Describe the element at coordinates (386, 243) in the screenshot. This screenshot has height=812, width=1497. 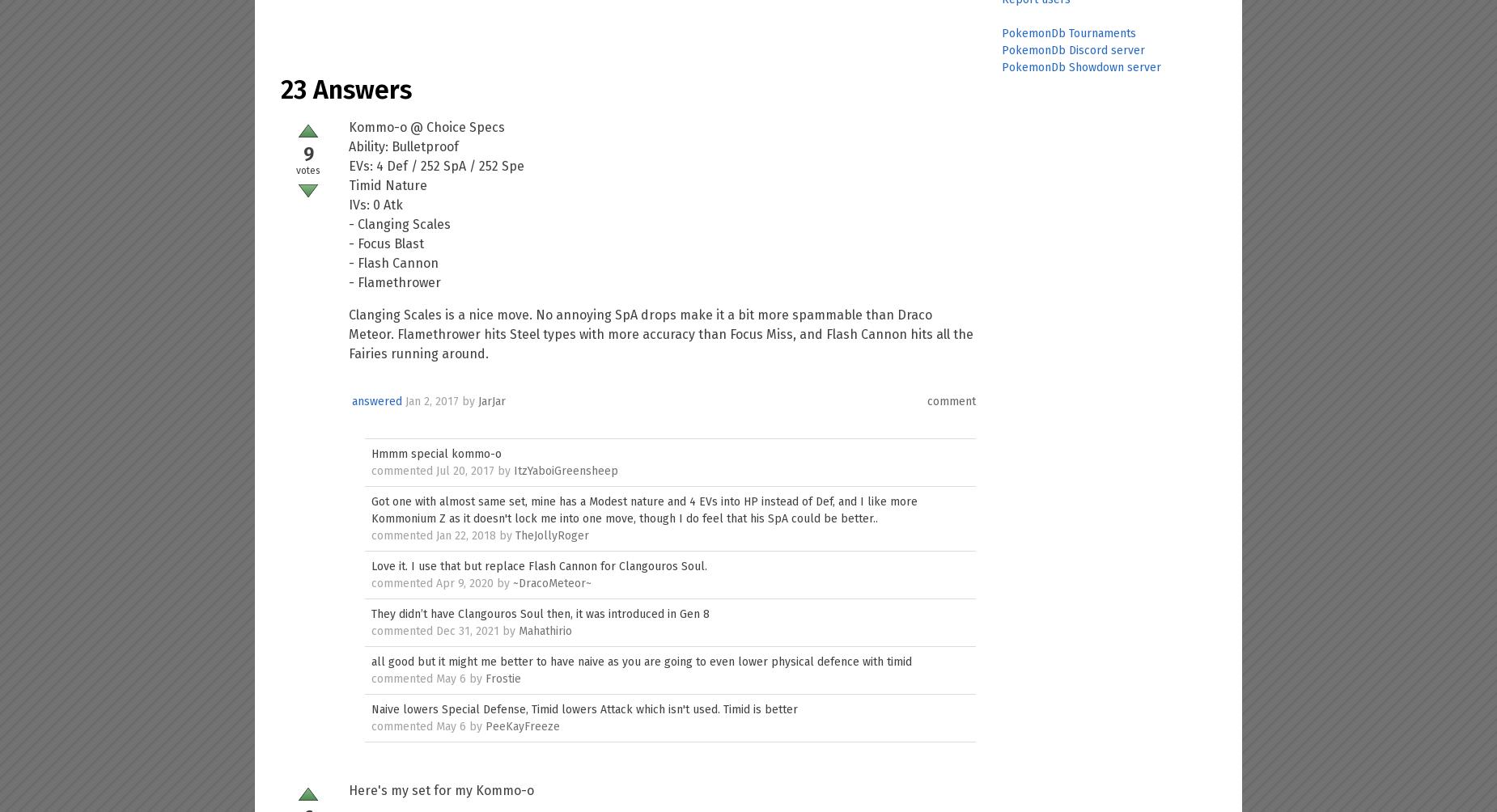
I see `'- Focus Blast'` at that location.